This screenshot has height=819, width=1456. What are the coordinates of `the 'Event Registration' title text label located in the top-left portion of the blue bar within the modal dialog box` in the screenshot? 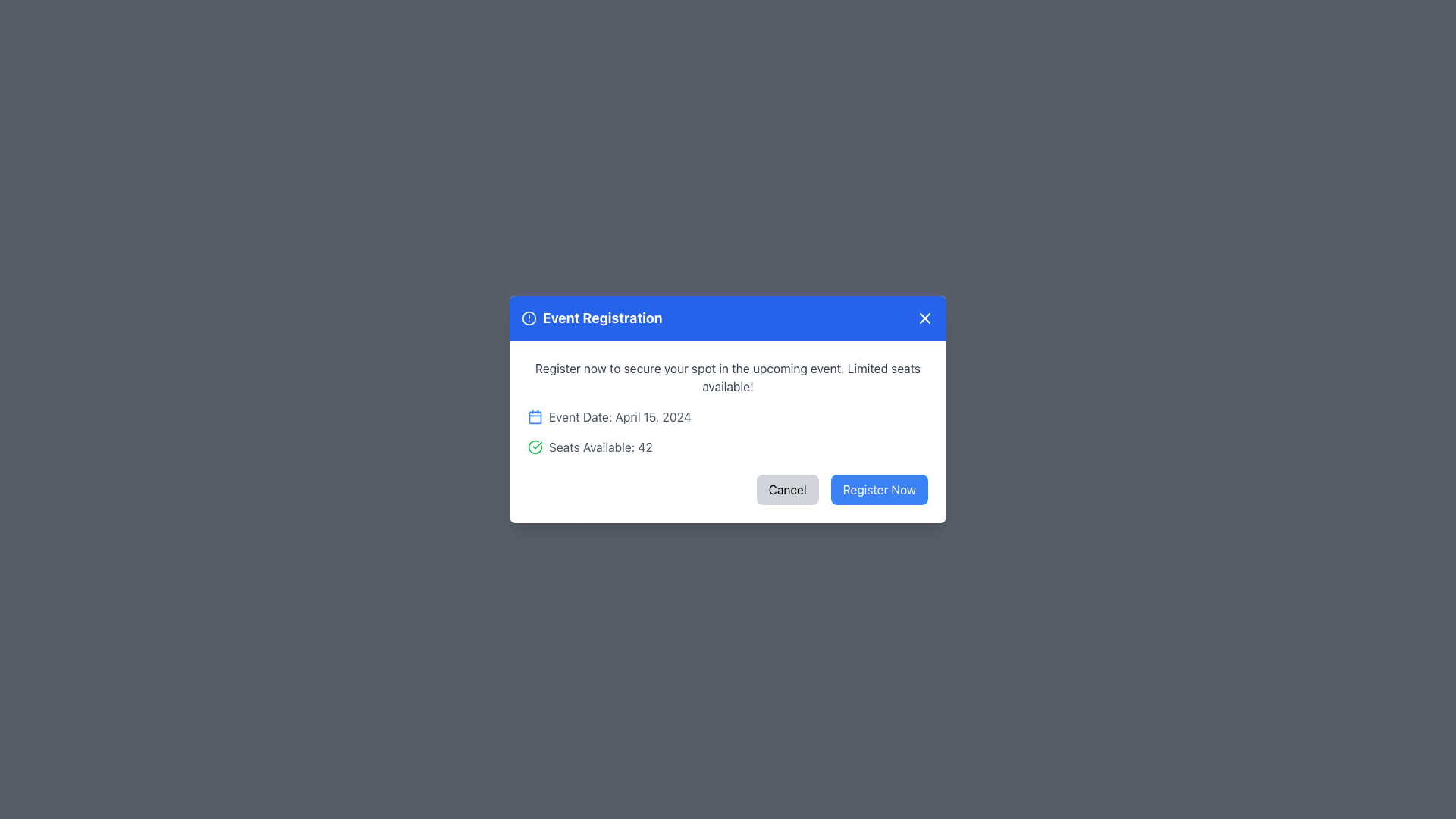 It's located at (591, 318).